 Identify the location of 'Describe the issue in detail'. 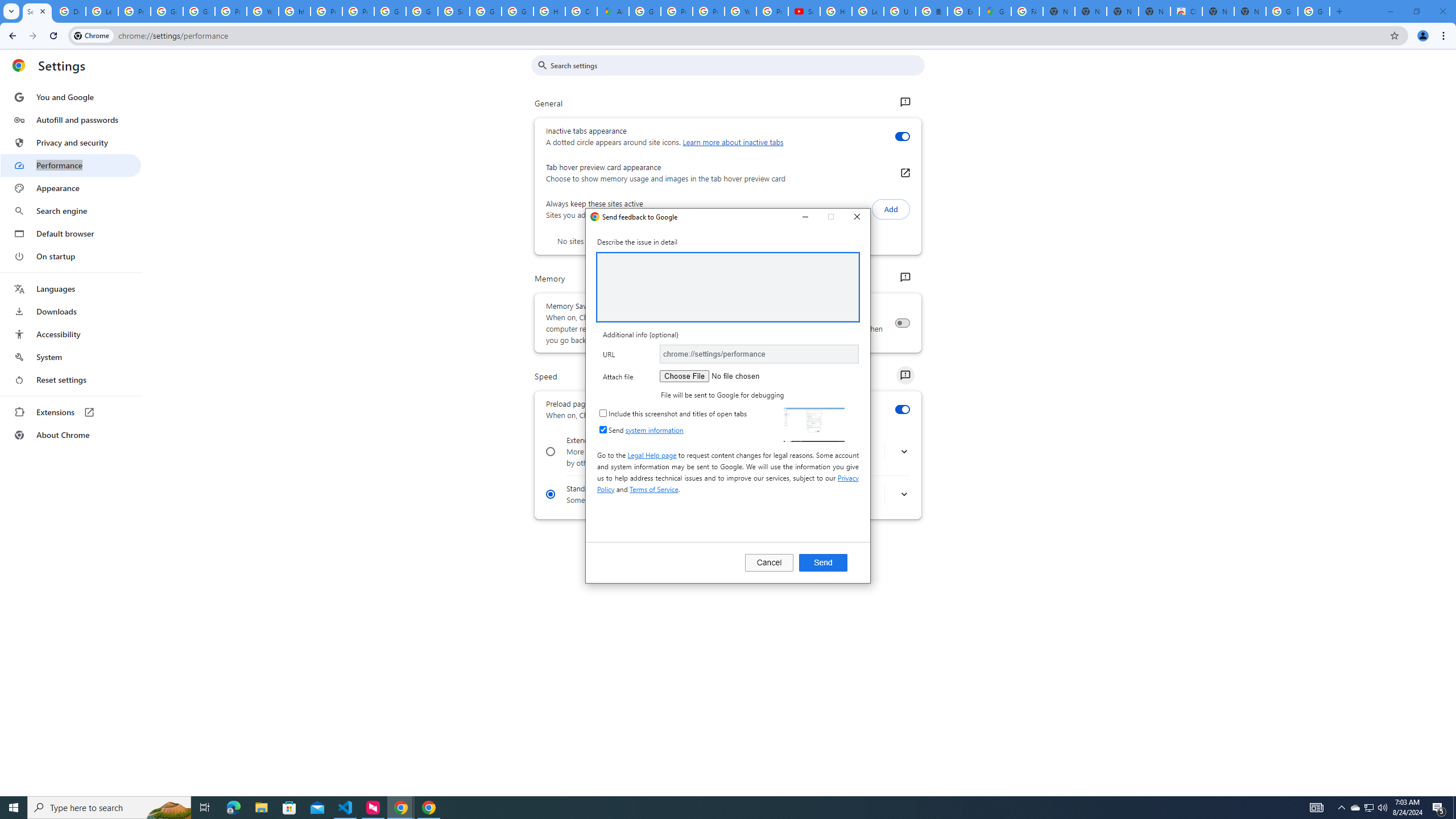
(728, 286).